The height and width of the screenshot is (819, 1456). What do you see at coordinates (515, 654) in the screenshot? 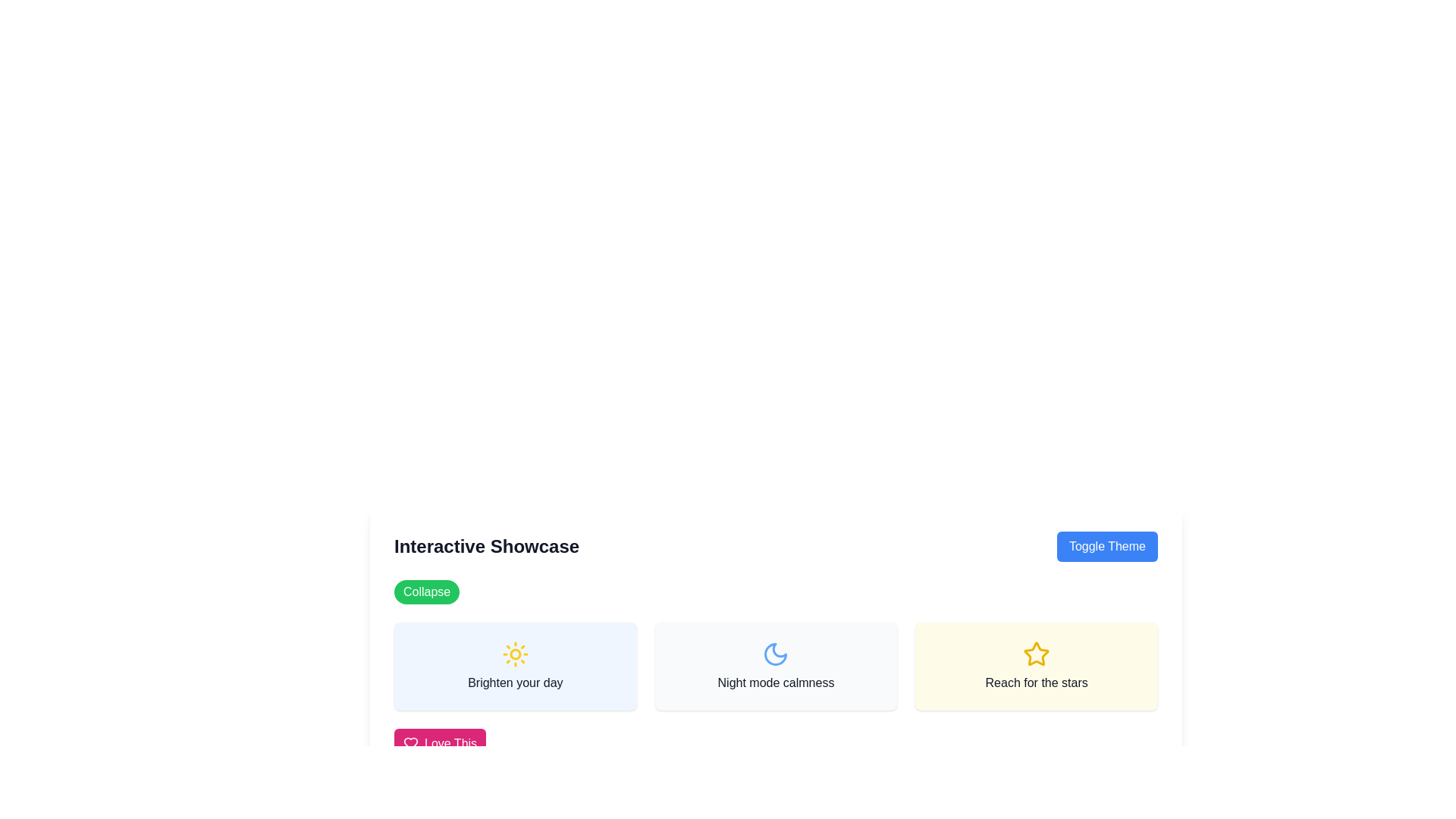
I see `the sun icon, which is bright yellow with radial lines, located above the label 'Brighten your day' in the center of the first row of elements` at bounding box center [515, 654].